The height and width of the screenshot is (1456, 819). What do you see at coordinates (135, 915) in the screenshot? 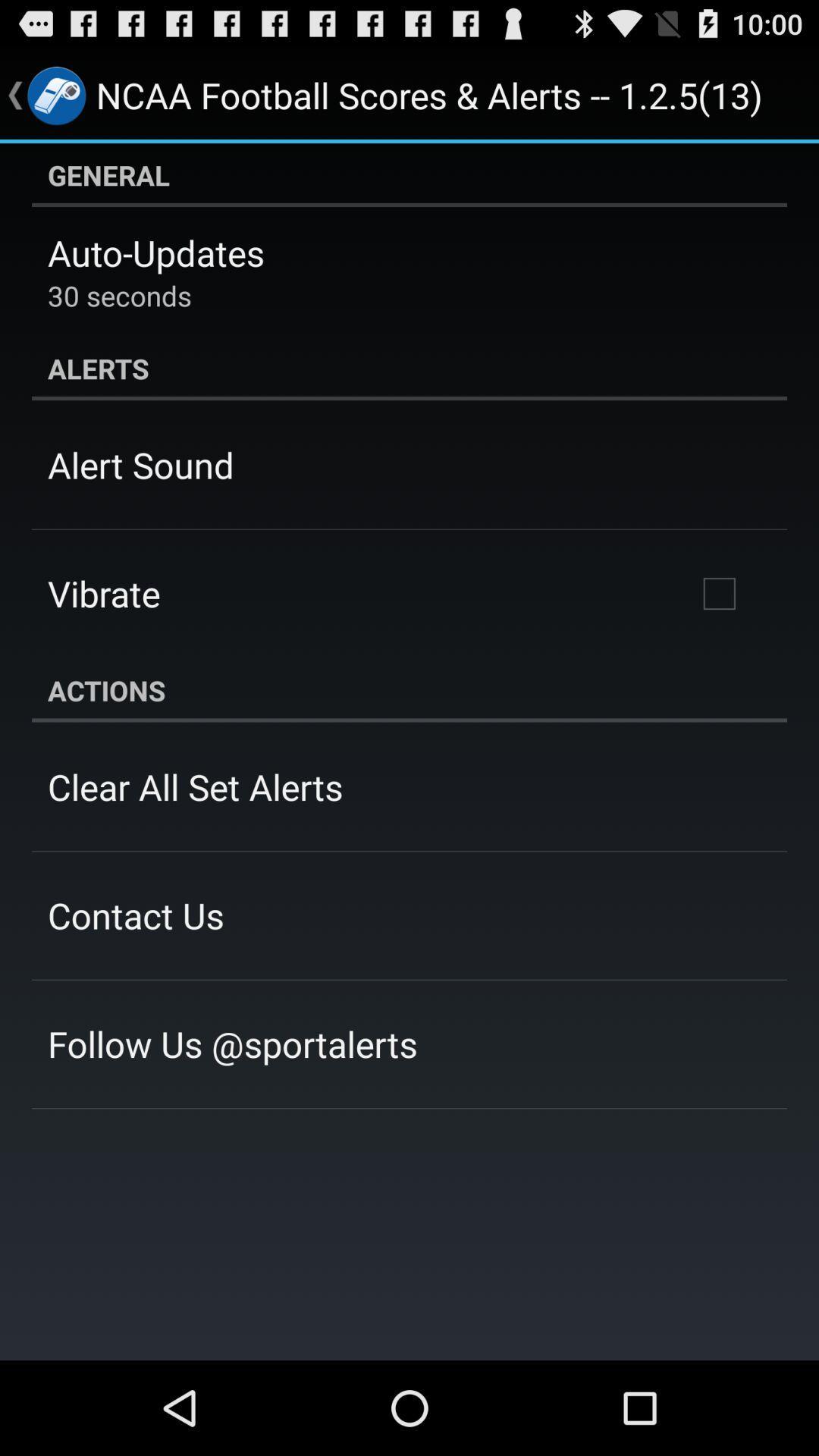
I see `contact us icon` at bounding box center [135, 915].